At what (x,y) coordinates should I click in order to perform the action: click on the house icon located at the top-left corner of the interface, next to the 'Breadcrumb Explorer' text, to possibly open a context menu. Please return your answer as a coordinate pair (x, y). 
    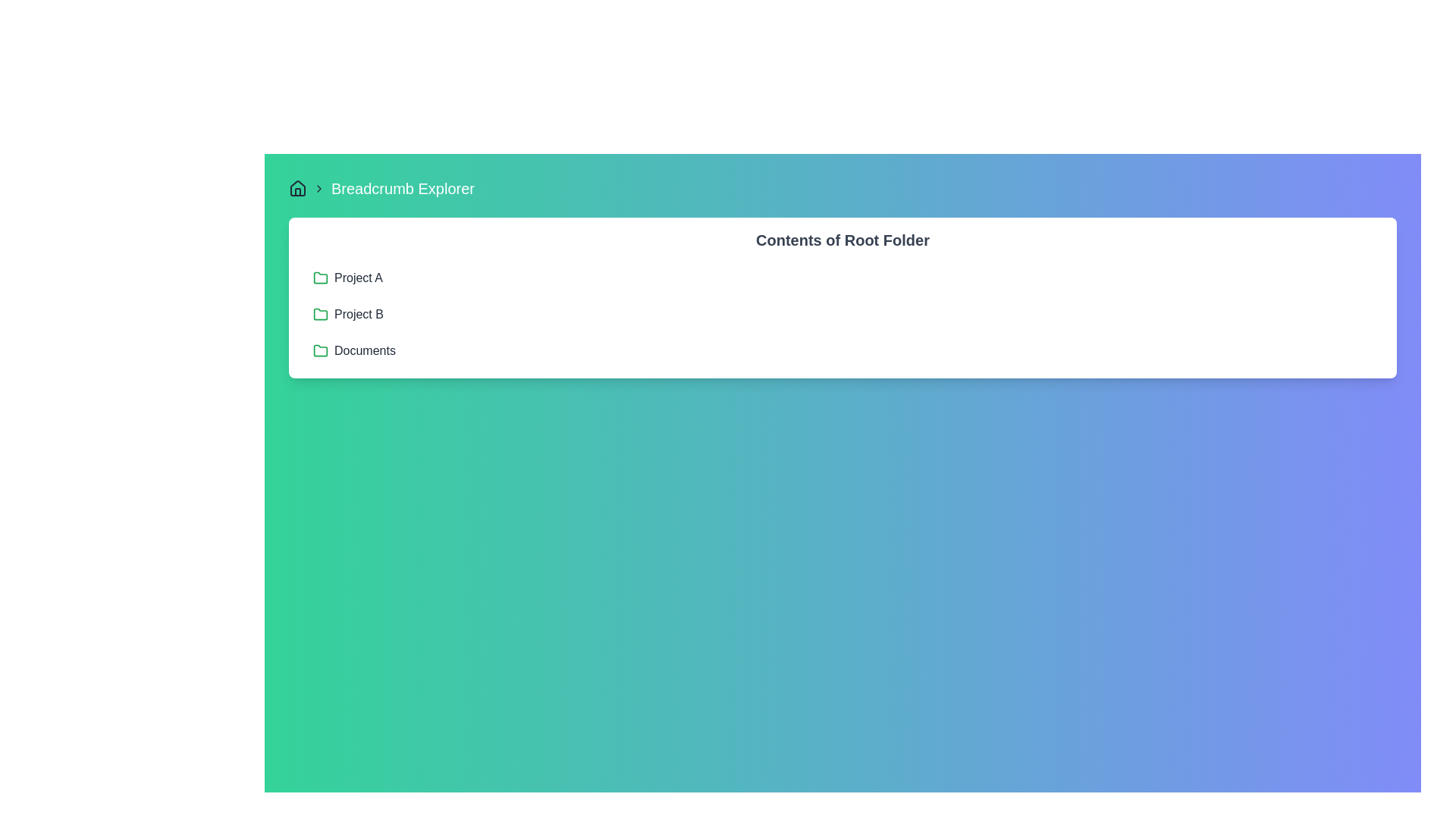
    Looking at the image, I should click on (298, 188).